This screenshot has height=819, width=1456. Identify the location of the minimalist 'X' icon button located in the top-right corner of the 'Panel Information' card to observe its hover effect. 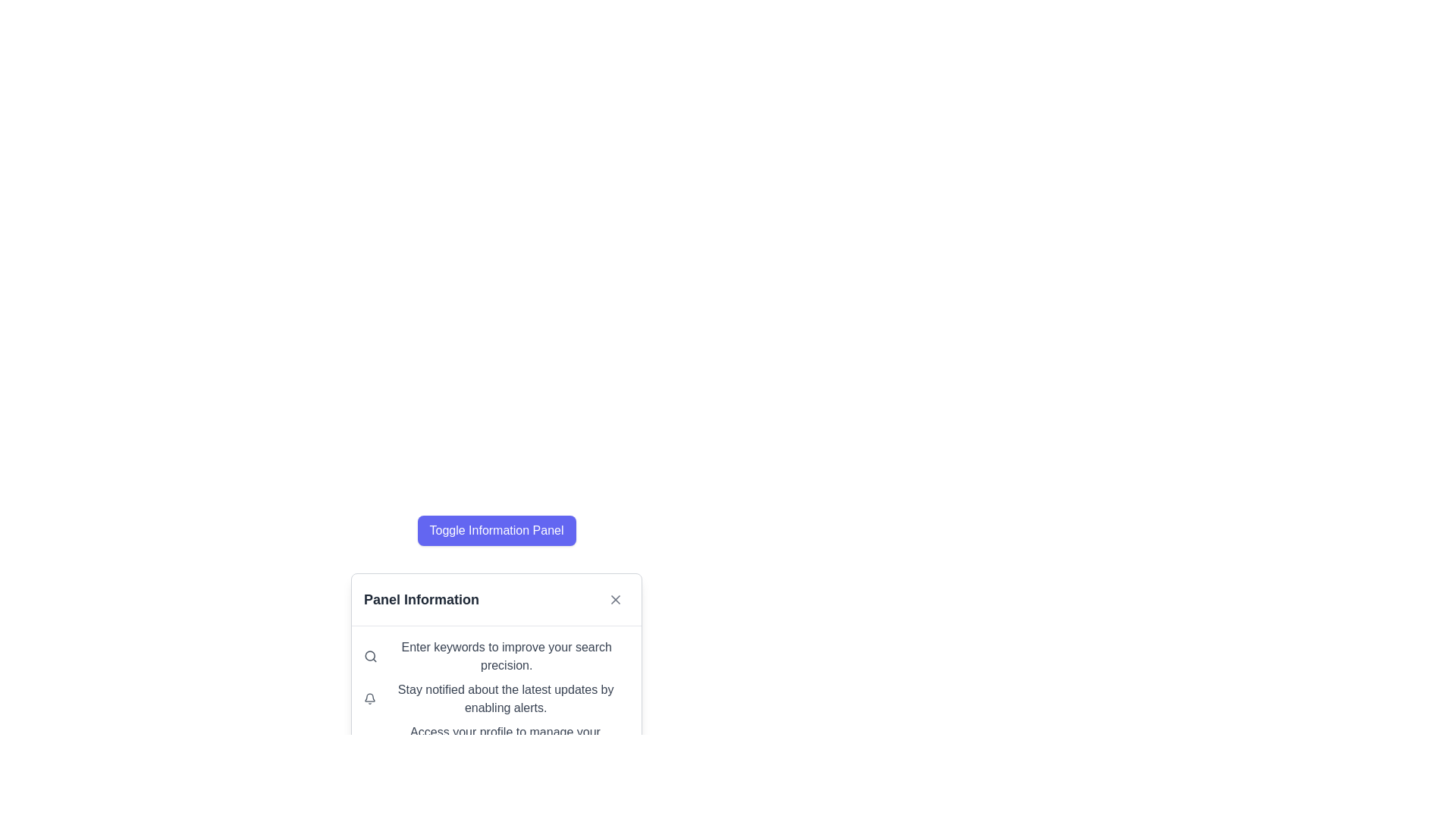
(615, 598).